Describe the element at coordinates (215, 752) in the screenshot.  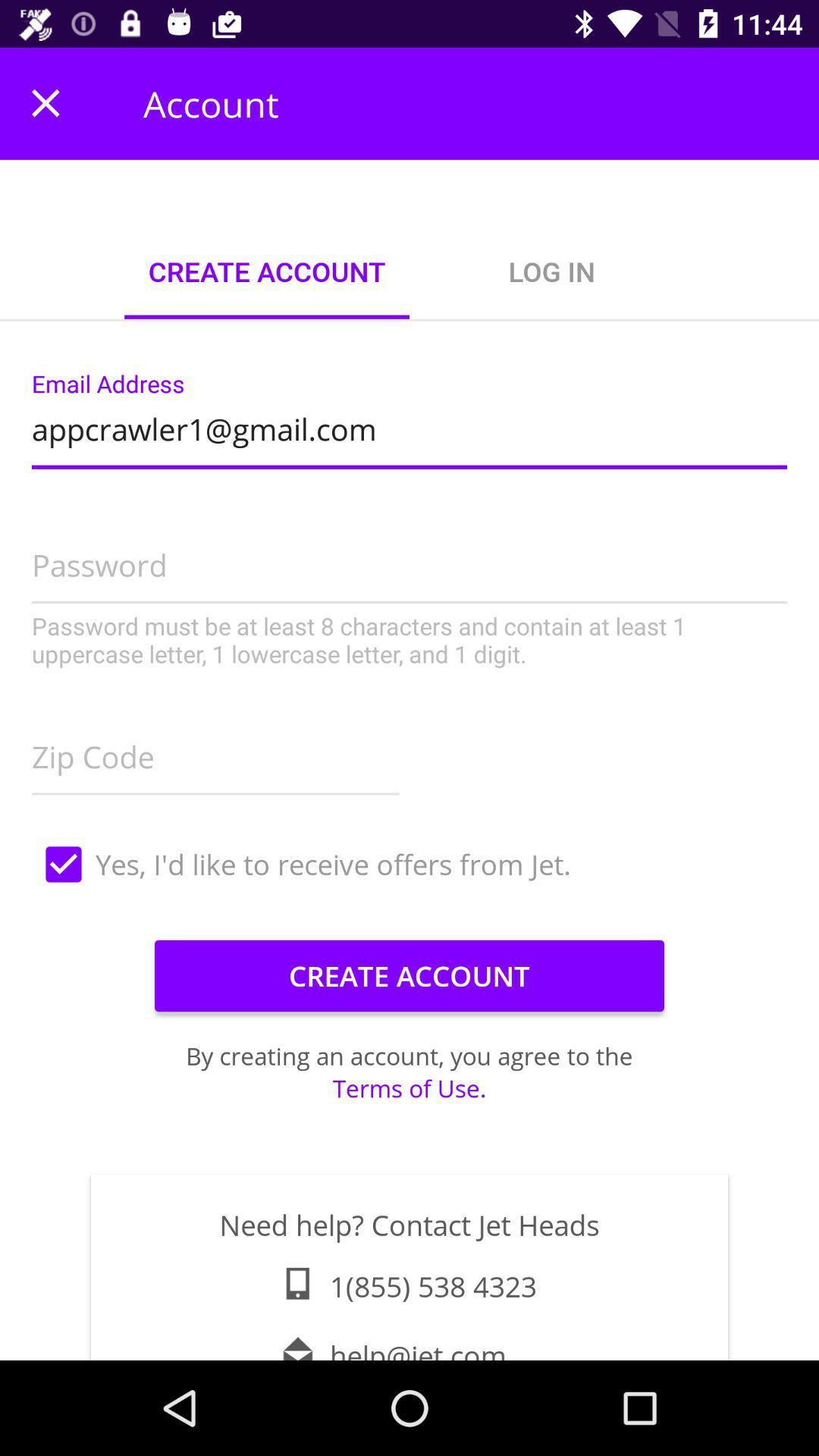
I see `item on the left` at that location.